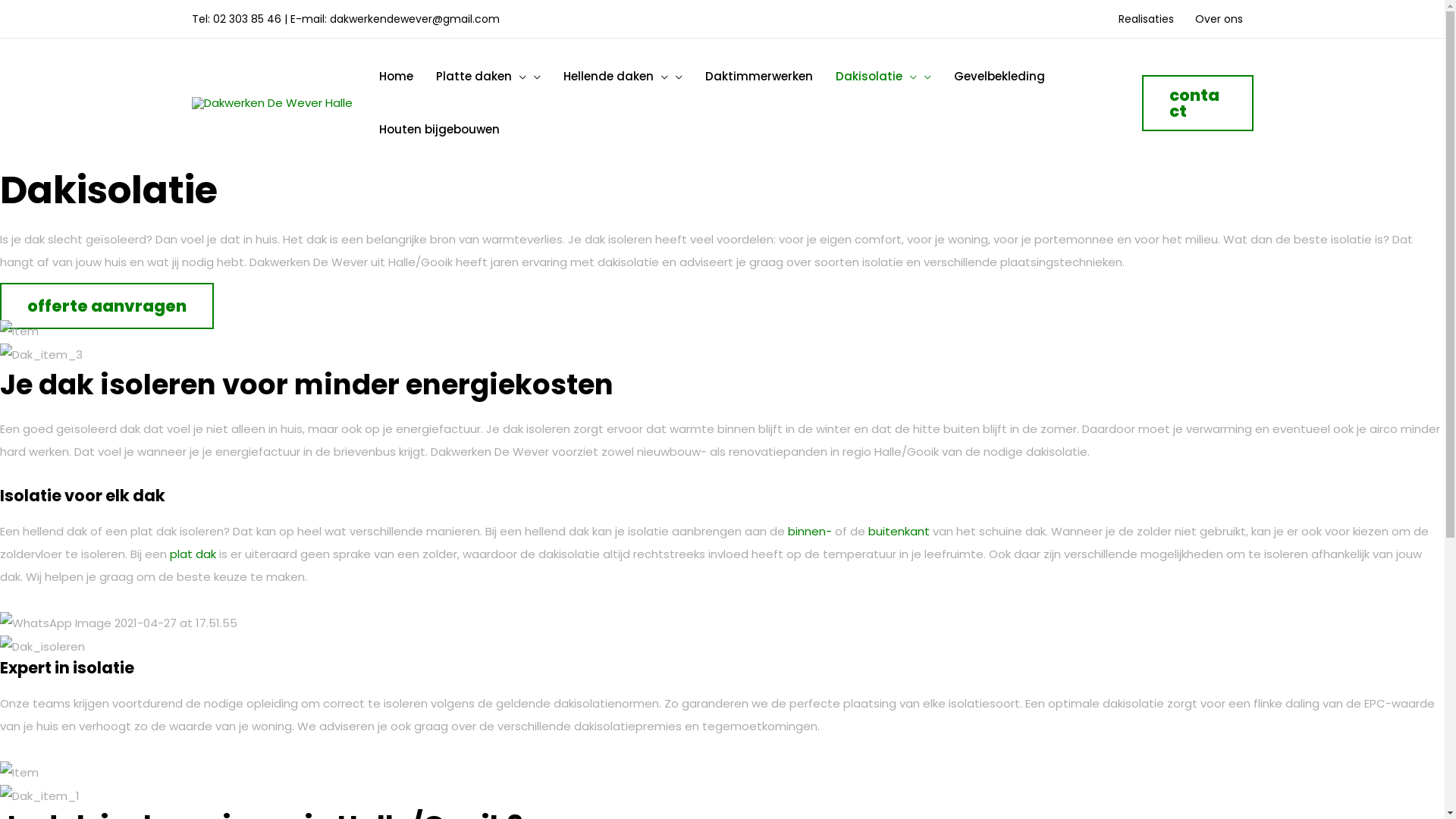 Image resolution: width=1456 pixels, height=819 pixels. I want to click on 'Over ons', so click(1219, 18).